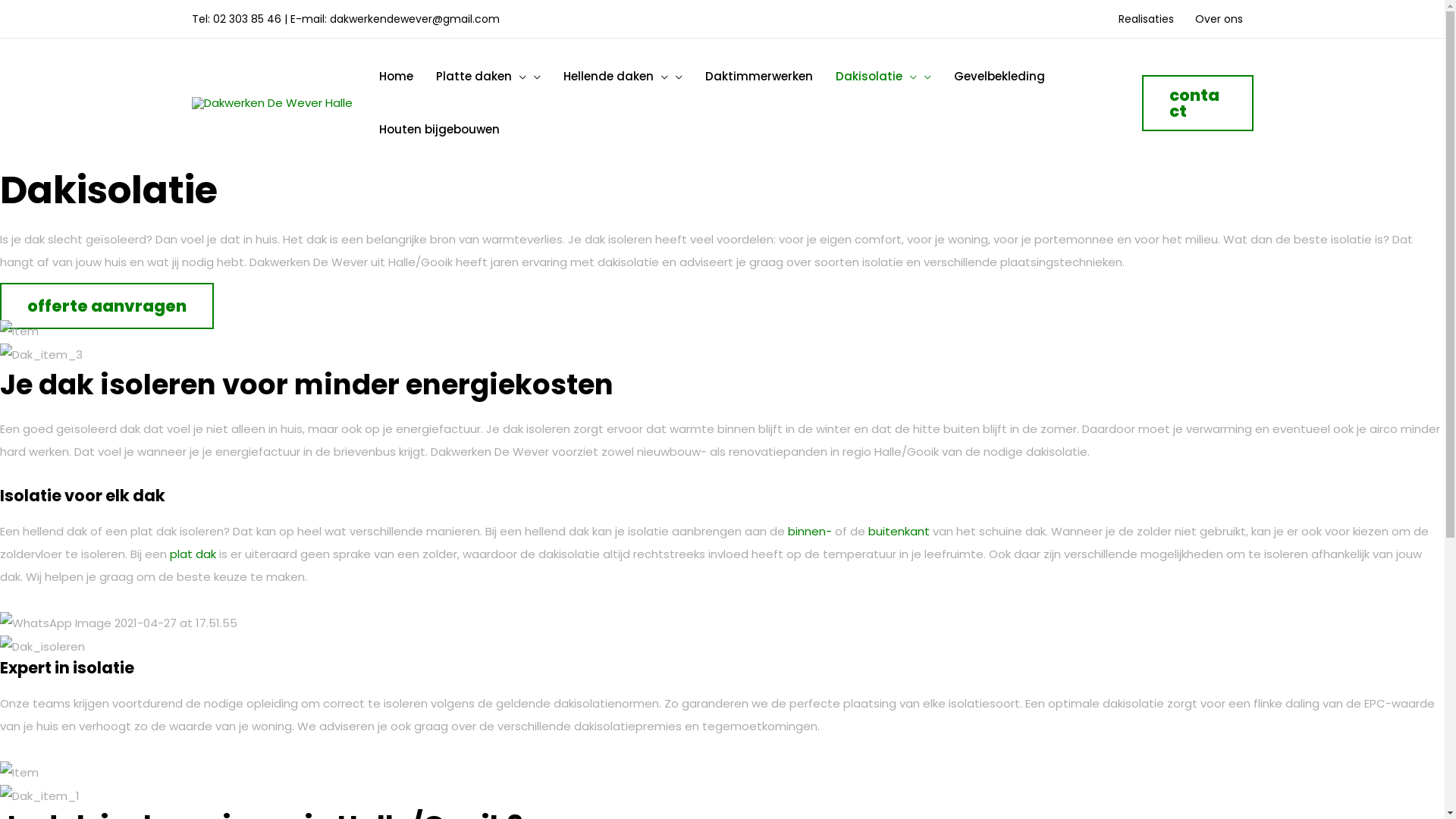 Image resolution: width=1456 pixels, height=819 pixels. I want to click on 'Over ons', so click(1219, 18).